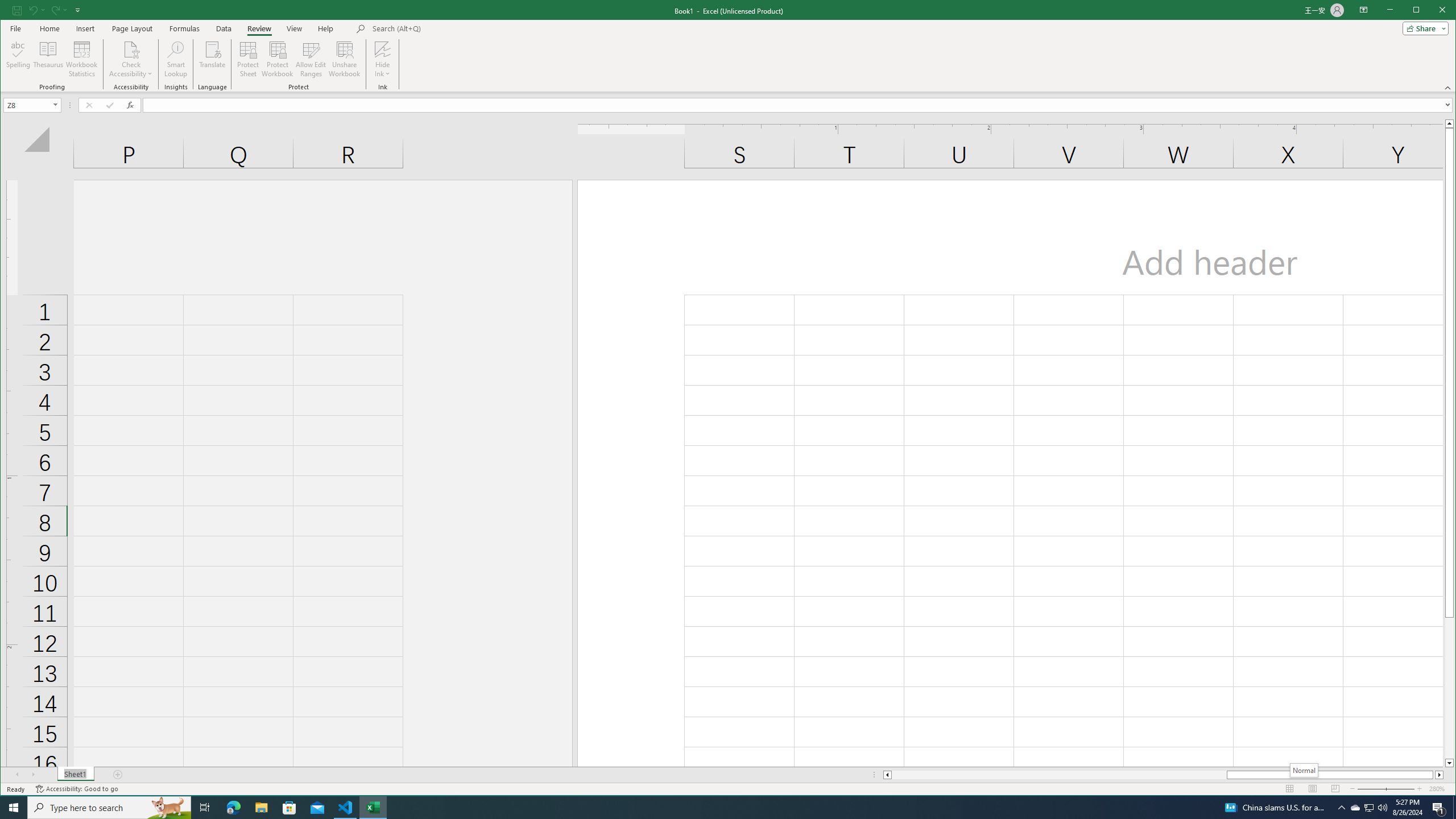  What do you see at coordinates (344, 59) in the screenshot?
I see `'Unshare Workbook'` at bounding box center [344, 59].